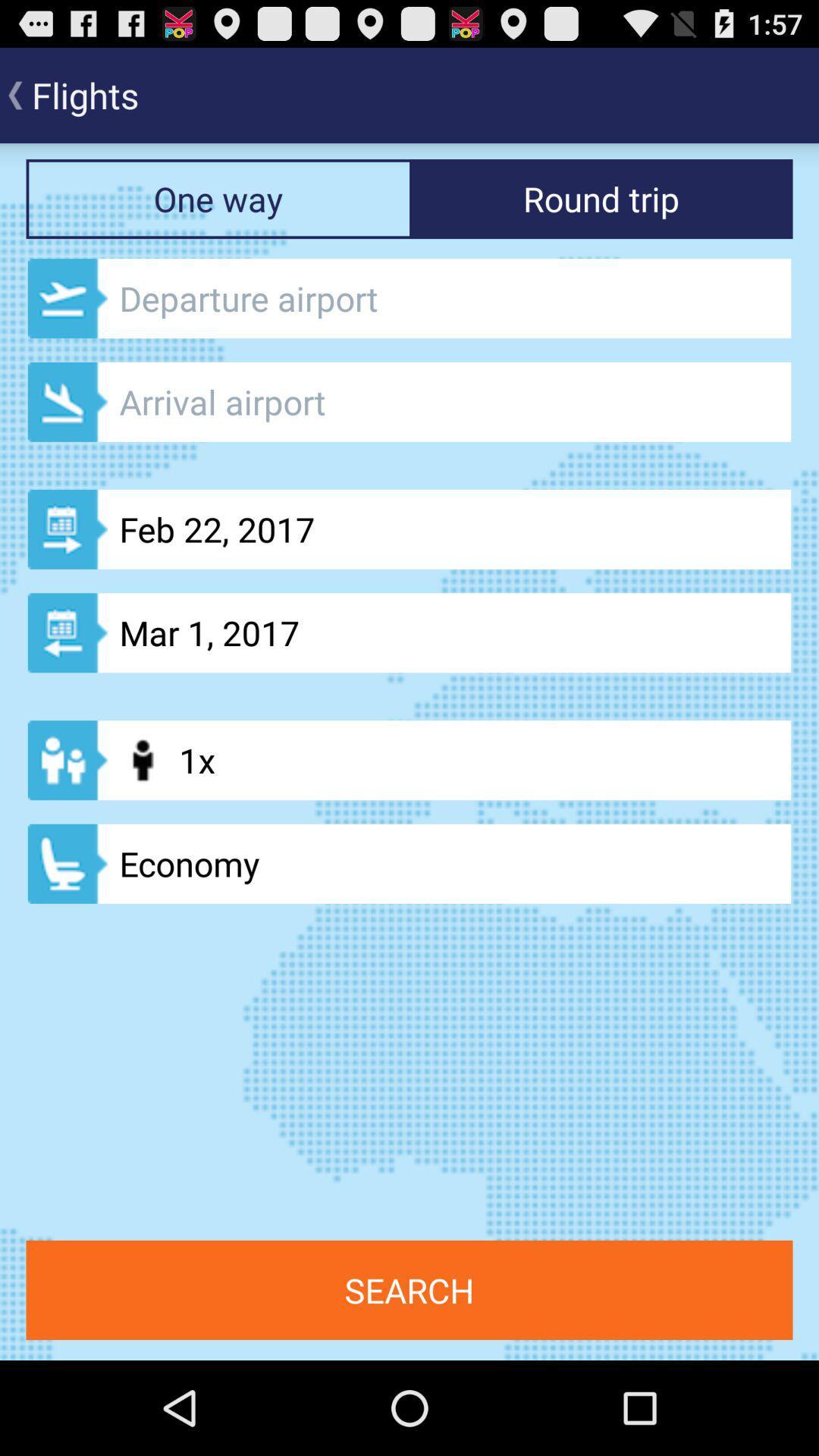 The image size is (819, 1456). What do you see at coordinates (409, 864) in the screenshot?
I see `economy field` at bounding box center [409, 864].